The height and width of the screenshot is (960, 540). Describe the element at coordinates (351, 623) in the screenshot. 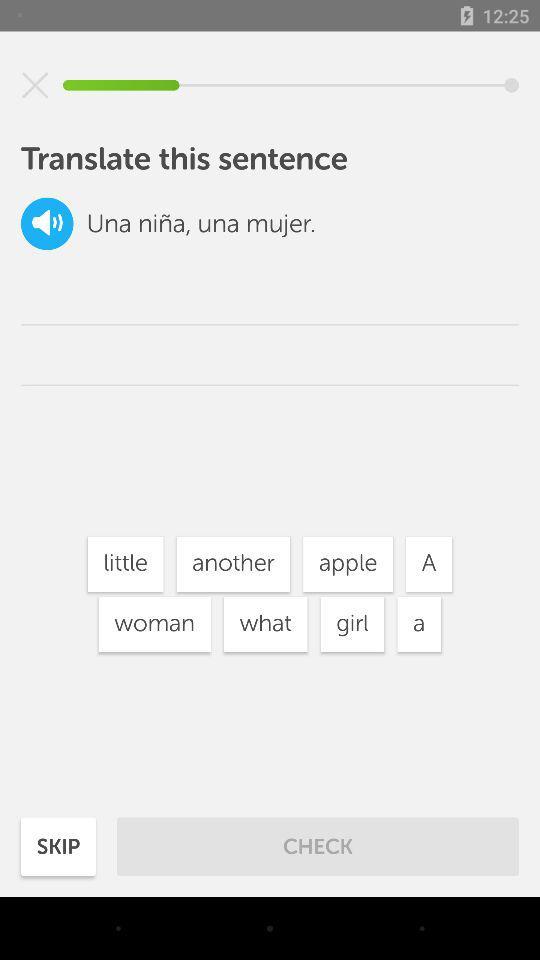

I see `the girl` at that location.